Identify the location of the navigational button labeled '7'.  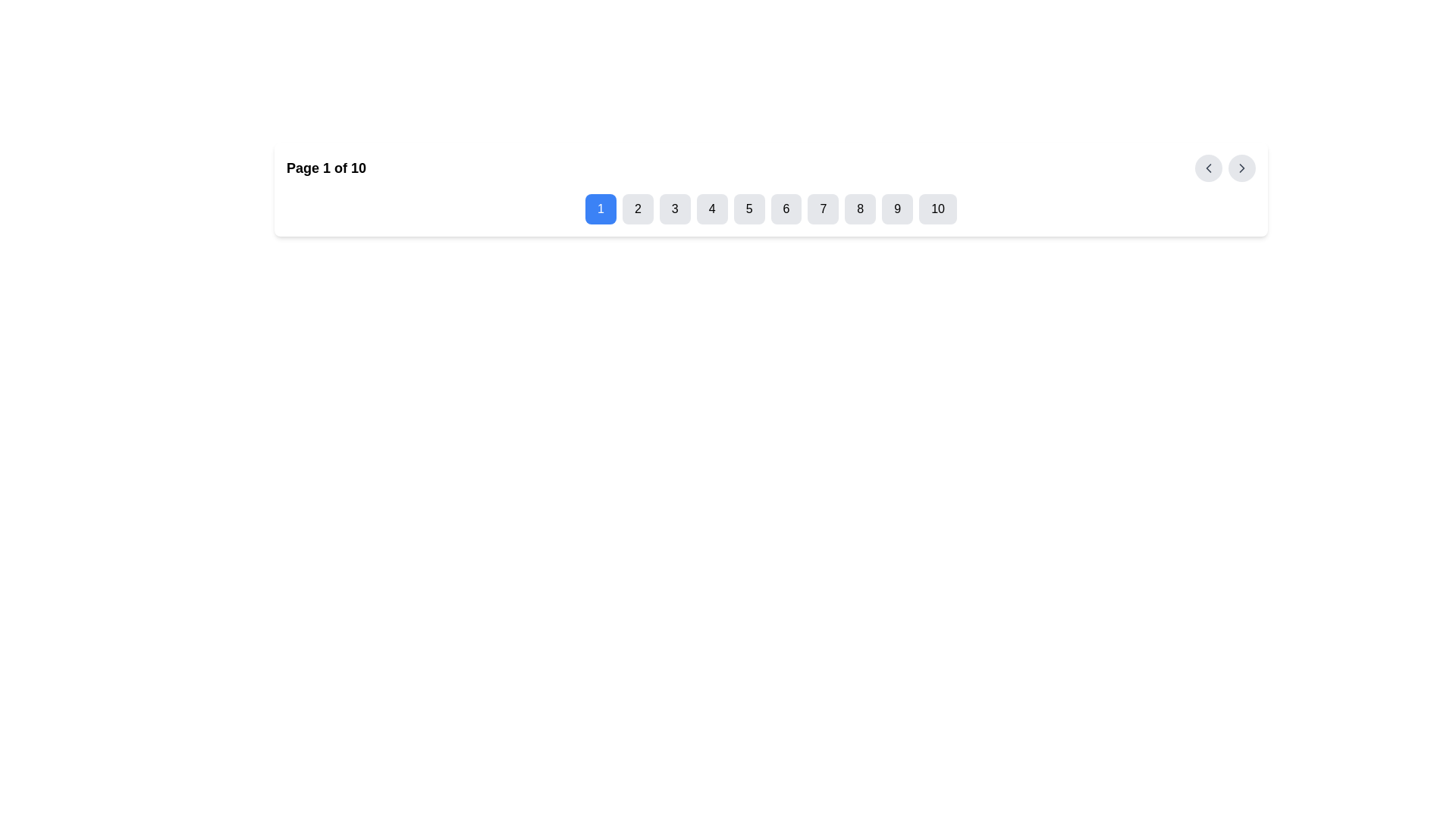
(822, 209).